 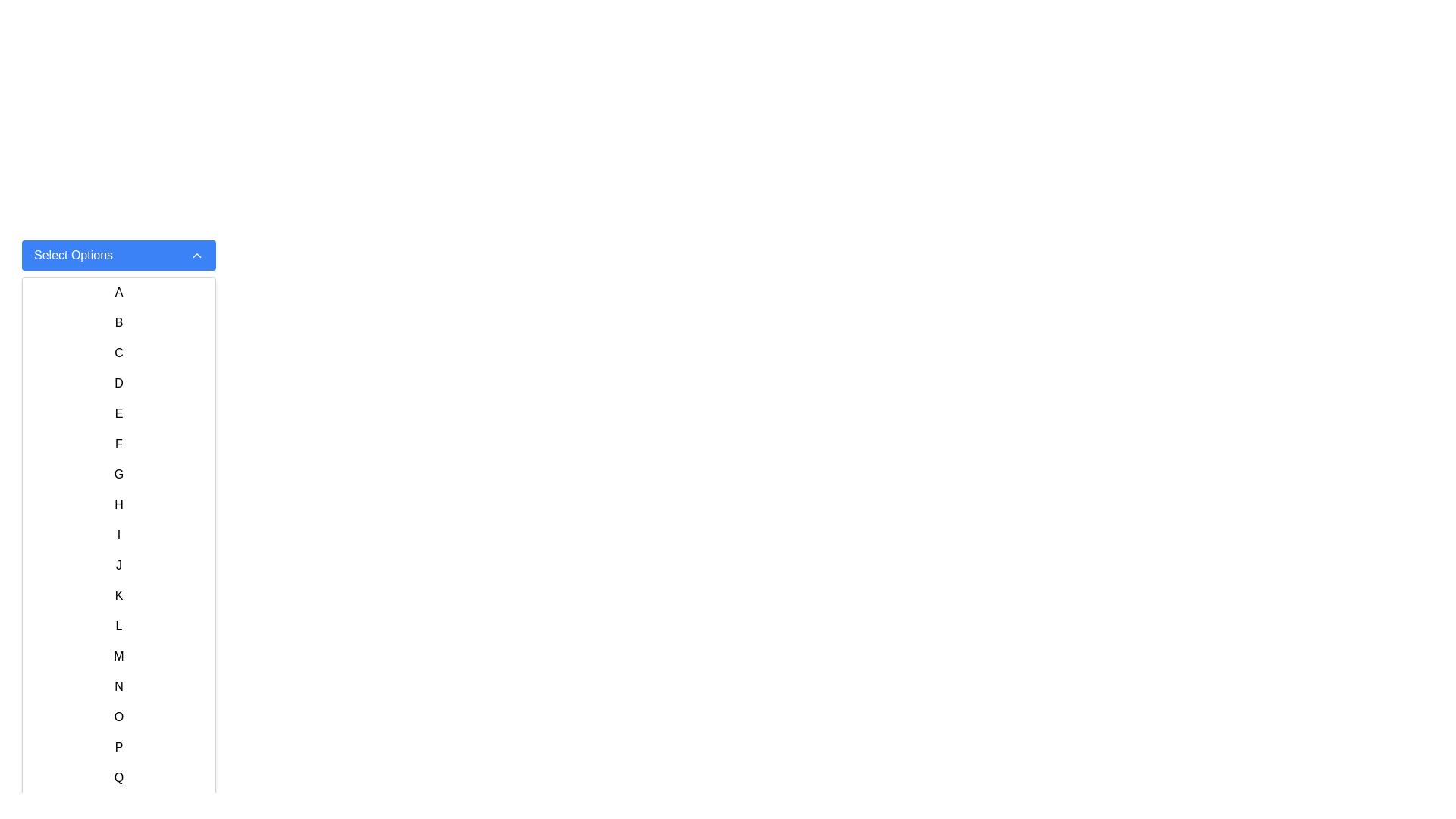 What do you see at coordinates (118, 687) in the screenshot?
I see `the list item representing the letter 'N'` at bounding box center [118, 687].